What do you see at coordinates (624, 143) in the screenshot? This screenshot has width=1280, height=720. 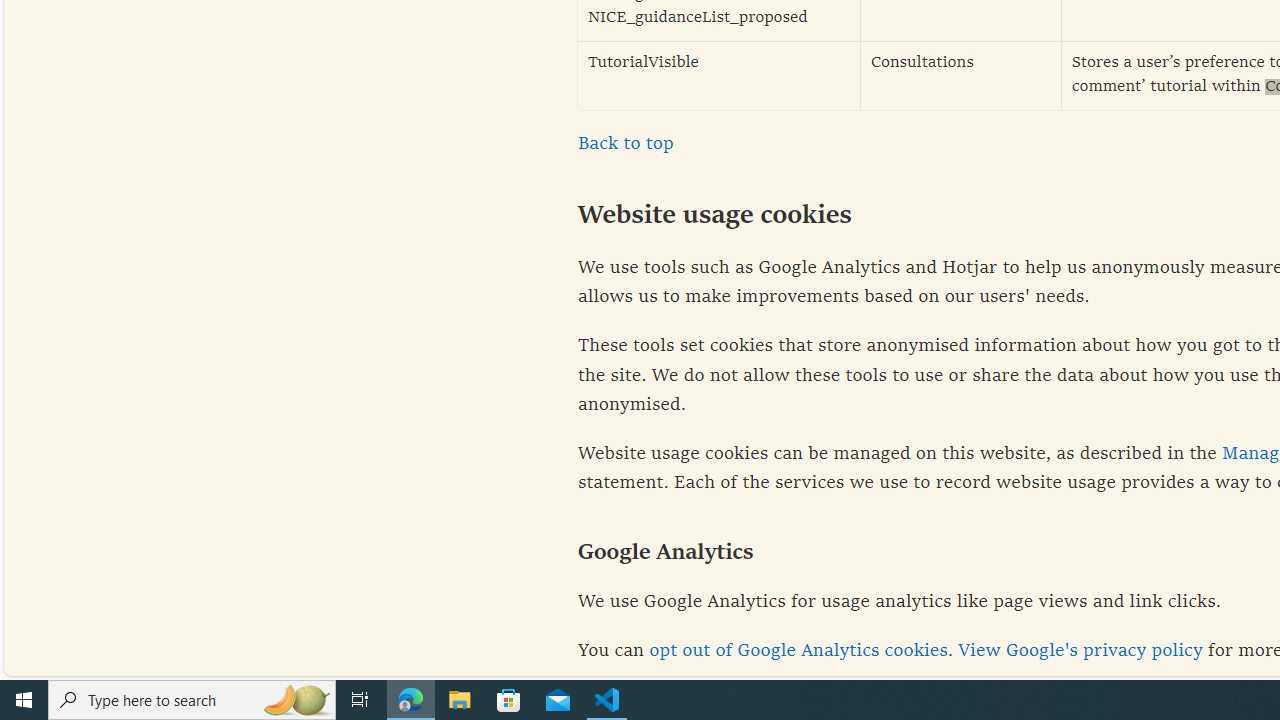 I see `'Back to top'` at bounding box center [624, 143].